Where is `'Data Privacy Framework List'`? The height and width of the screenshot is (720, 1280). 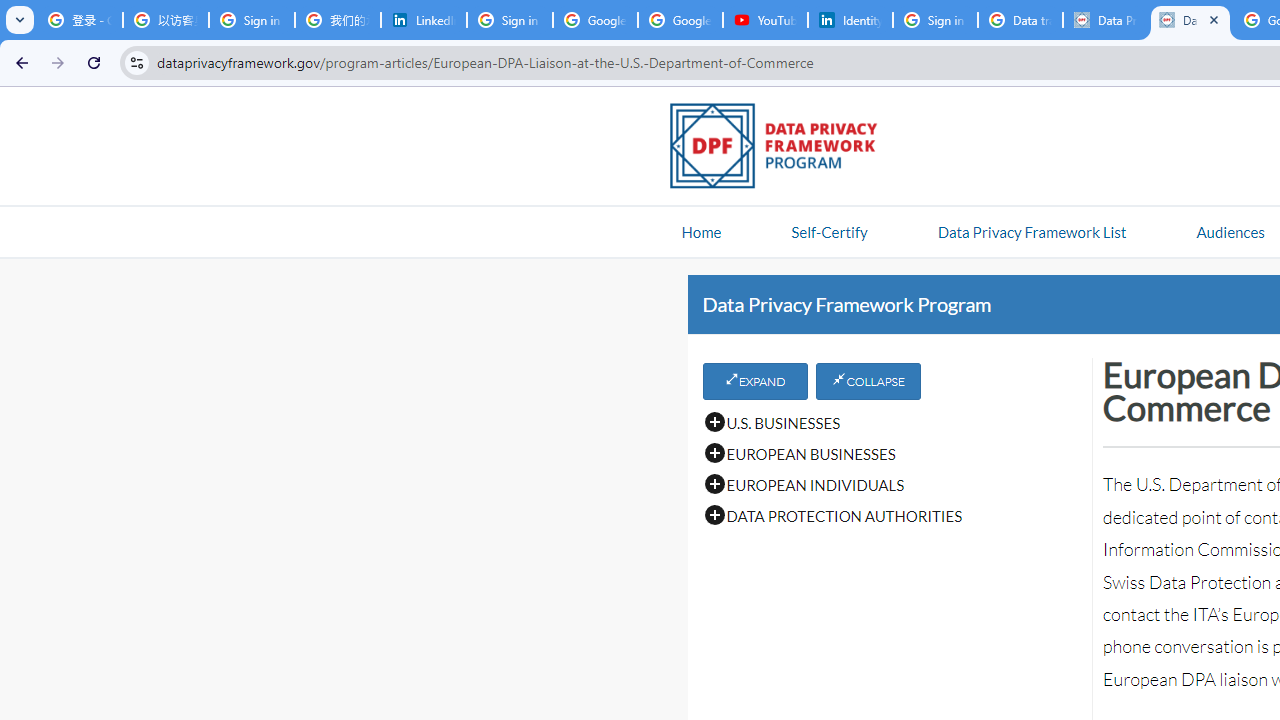
'Data Privacy Framework List' is located at coordinates (1031, 230).